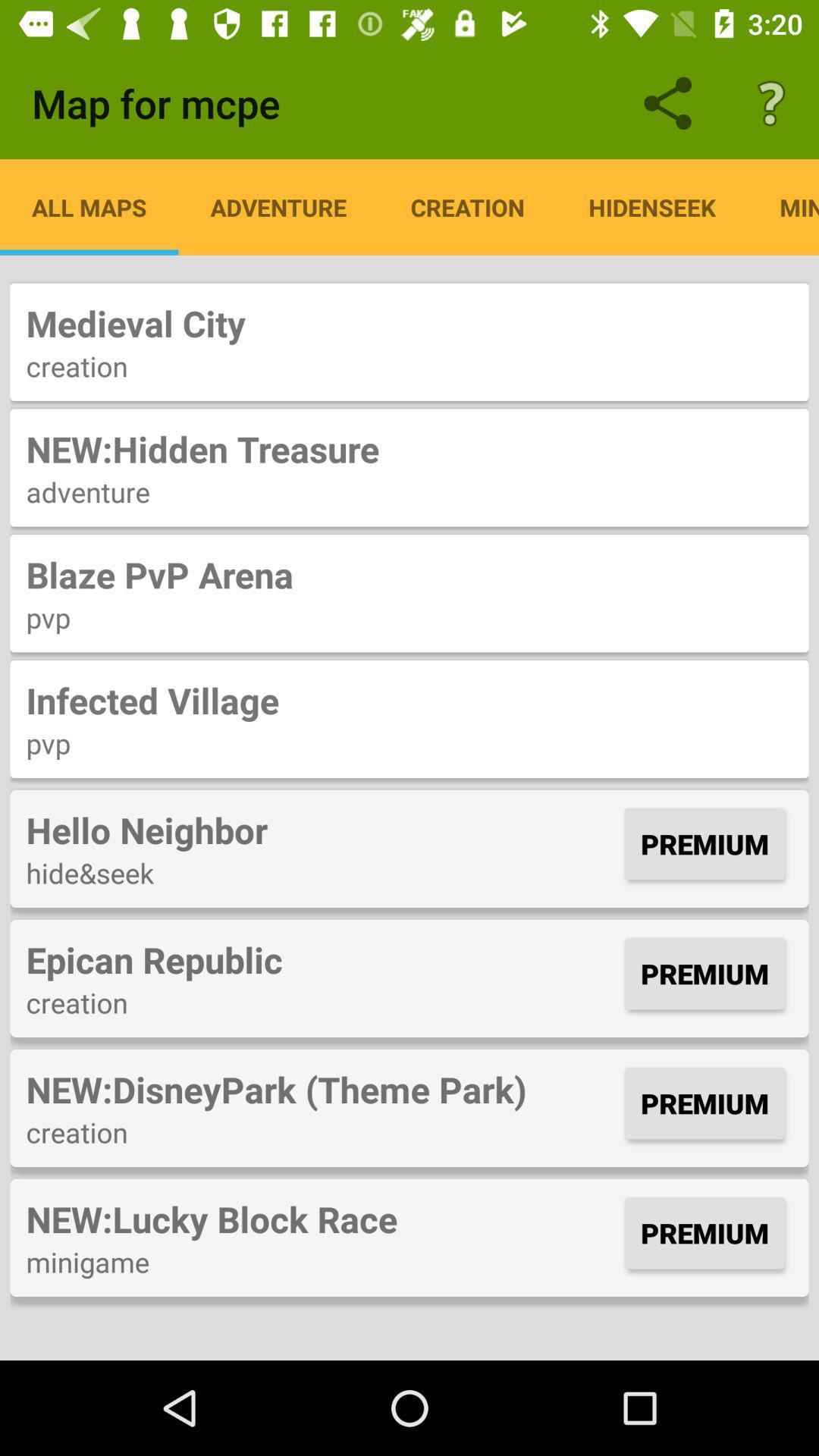 This screenshot has width=819, height=1456. I want to click on the icon to the left of the premium, so click(321, 959).